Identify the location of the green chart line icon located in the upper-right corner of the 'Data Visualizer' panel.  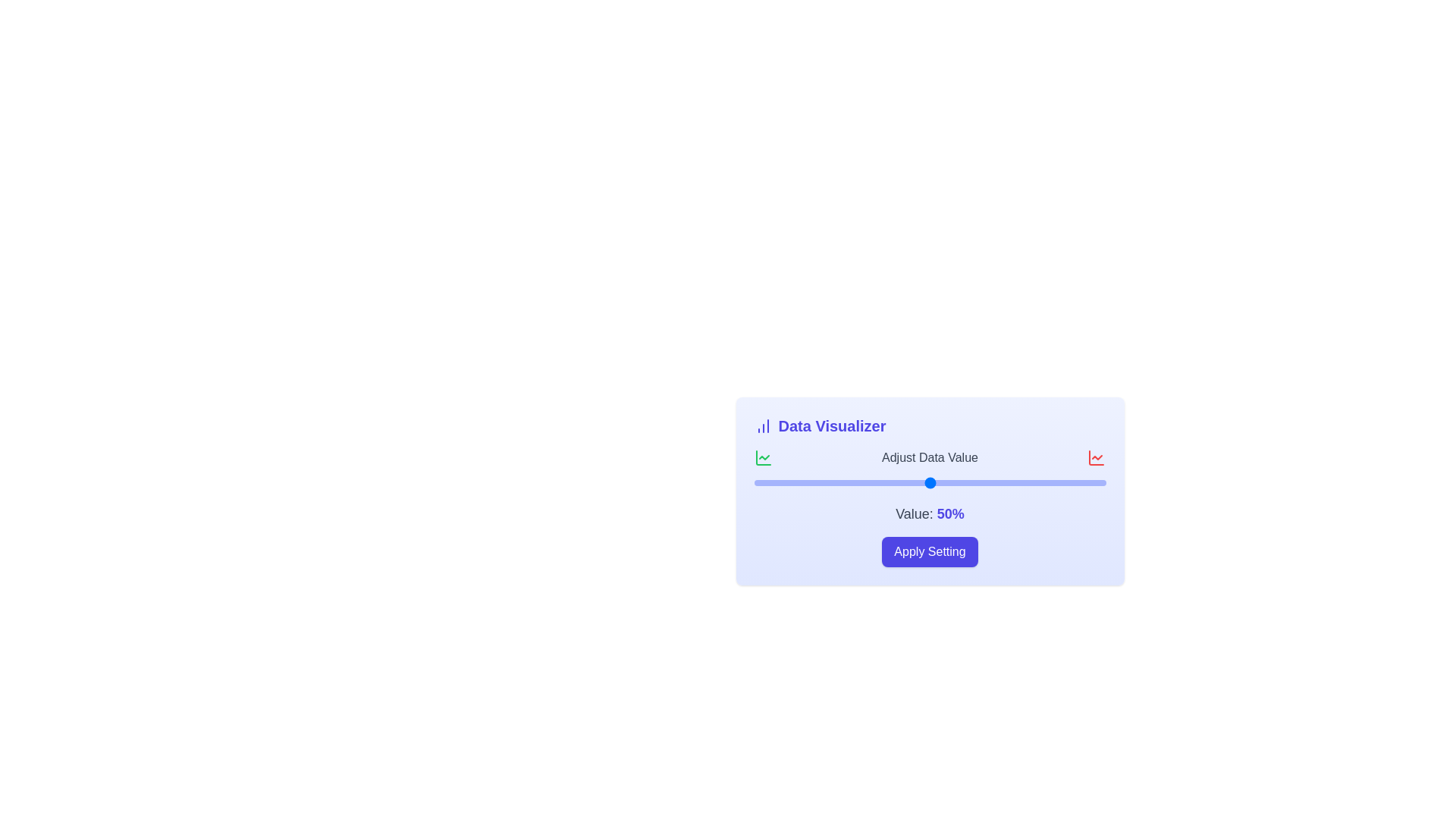
(763, 457).